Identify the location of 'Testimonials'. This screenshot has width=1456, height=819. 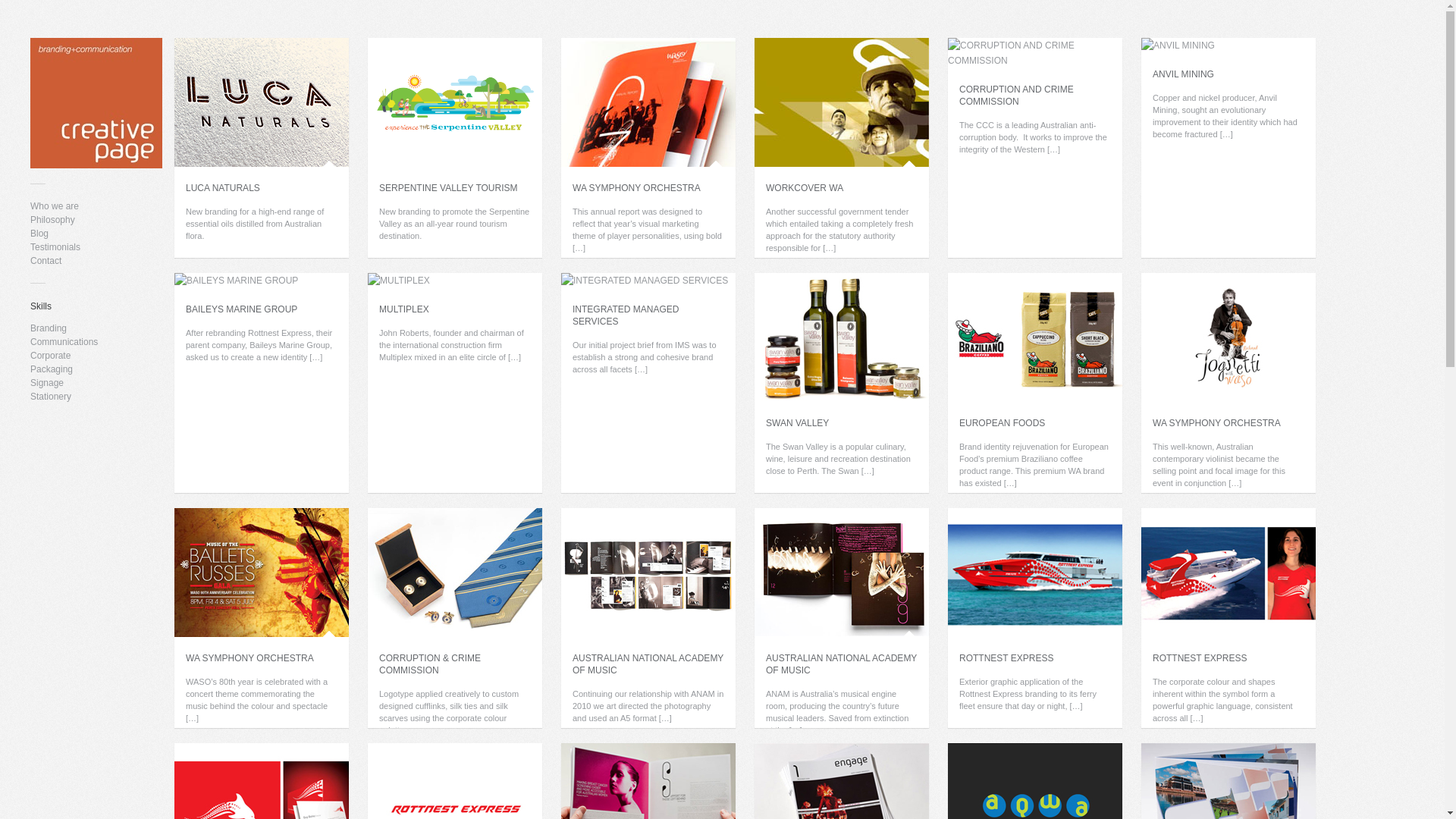
(55, 246).